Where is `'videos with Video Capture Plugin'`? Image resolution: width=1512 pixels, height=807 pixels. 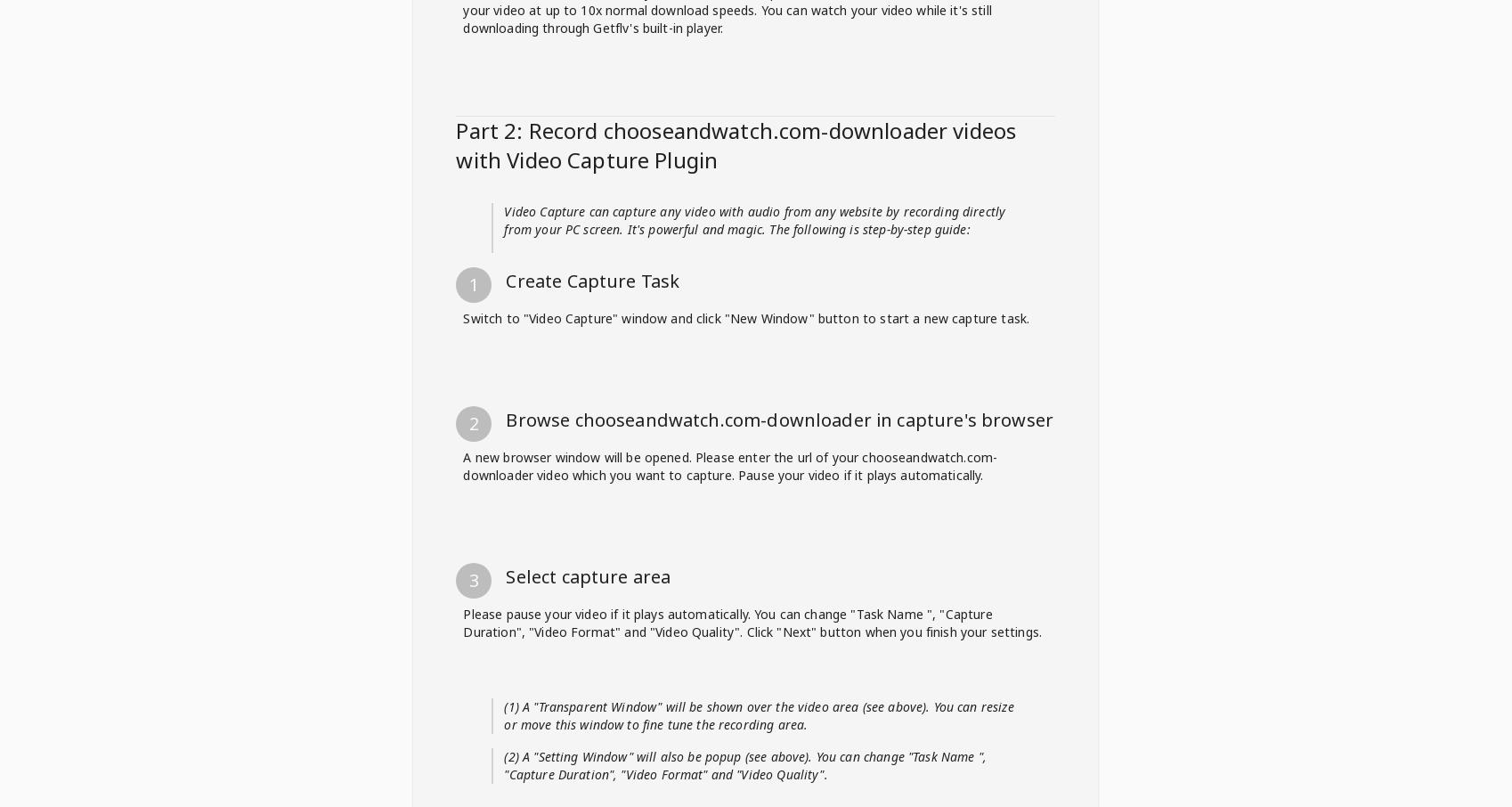
'videos with Video Capture Plugin' is located at coordinates (455, 656).